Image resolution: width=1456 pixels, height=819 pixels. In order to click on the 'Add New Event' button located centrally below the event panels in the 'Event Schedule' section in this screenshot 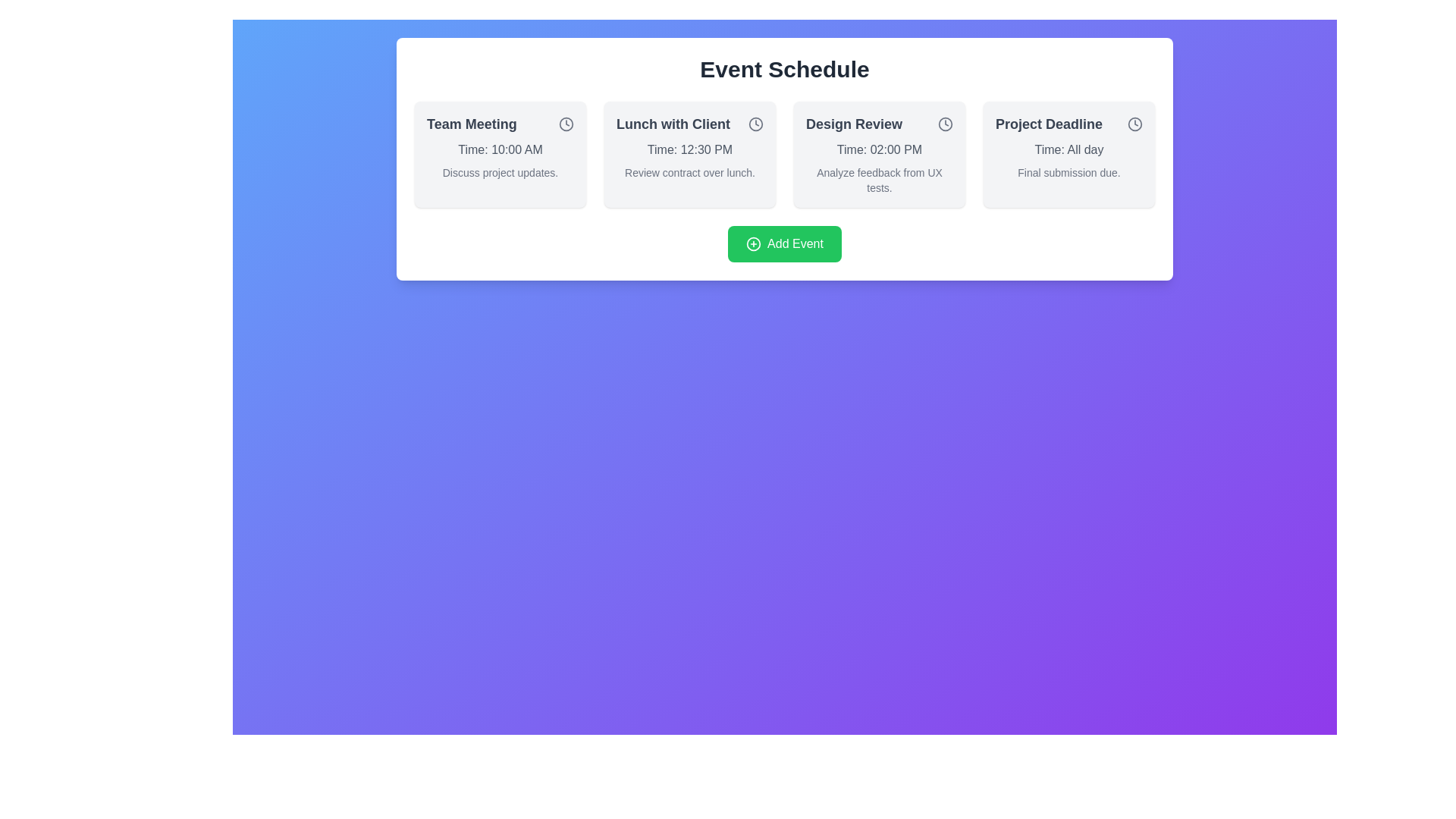, I will do `click(785, 243)`.